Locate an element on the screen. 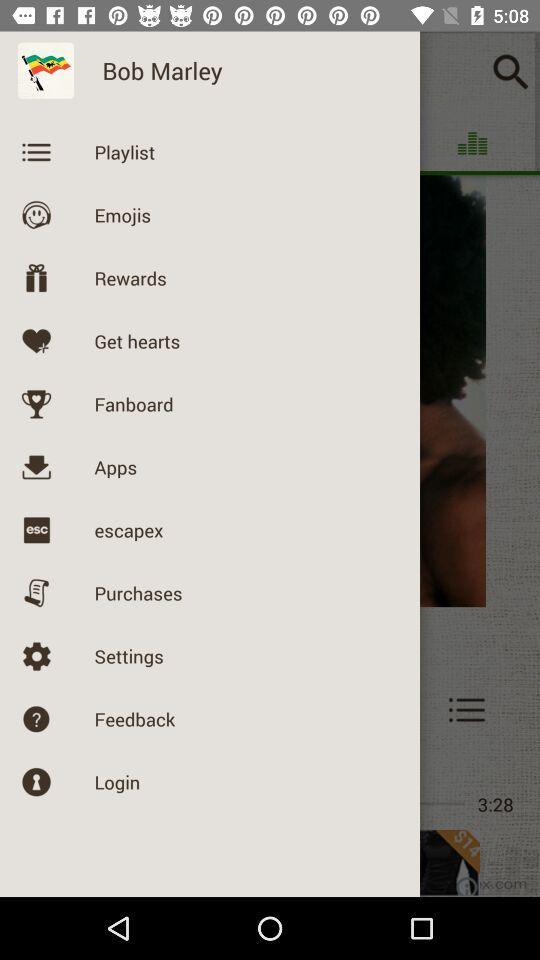 This screenshot has width=540, height=960. the menu icon on the right beside feedback button is located at coordinates (468, 709).